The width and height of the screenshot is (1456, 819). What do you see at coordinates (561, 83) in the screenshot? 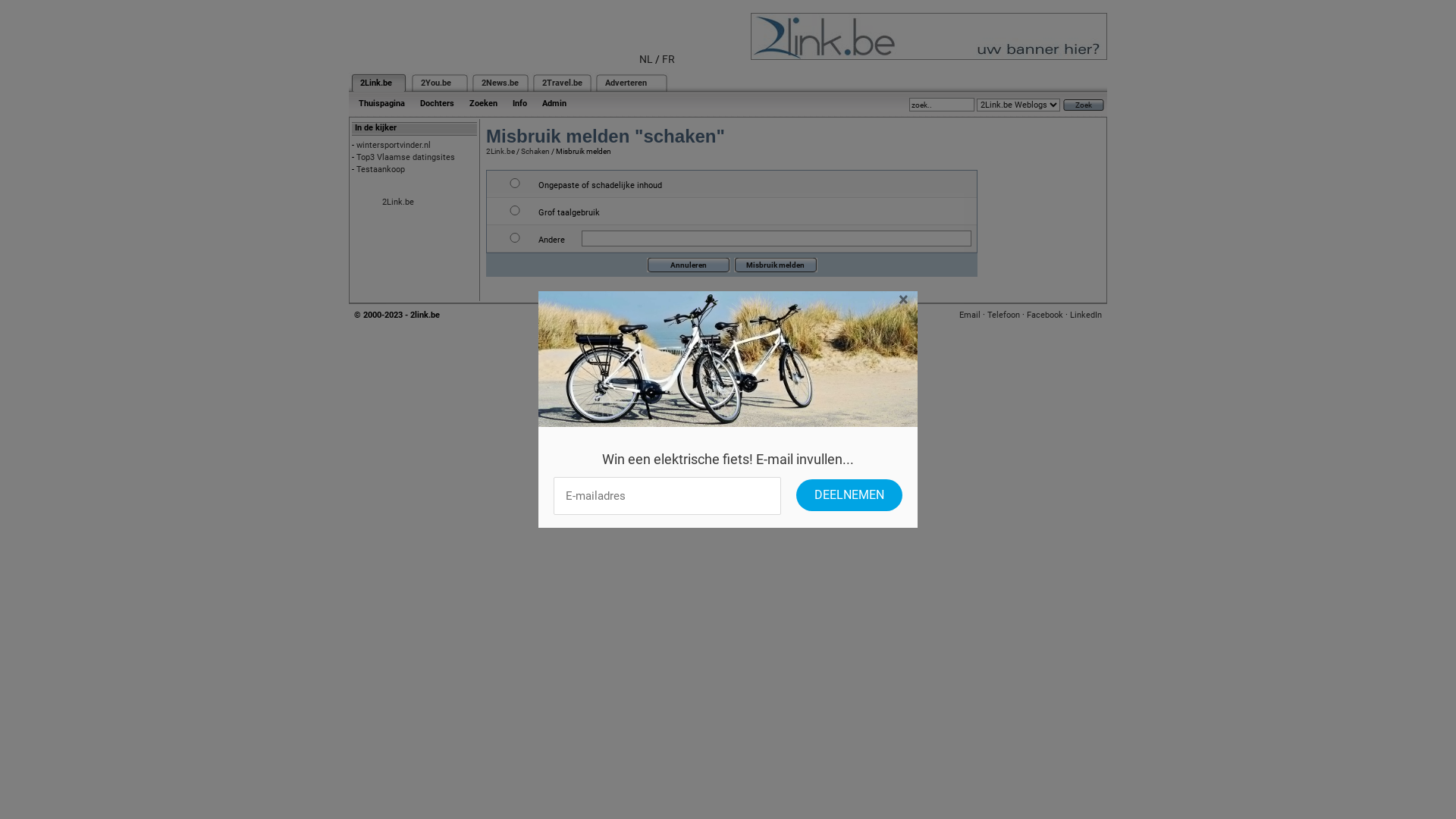
I see `'2Travel.be'` at bounding box center [561, 83].